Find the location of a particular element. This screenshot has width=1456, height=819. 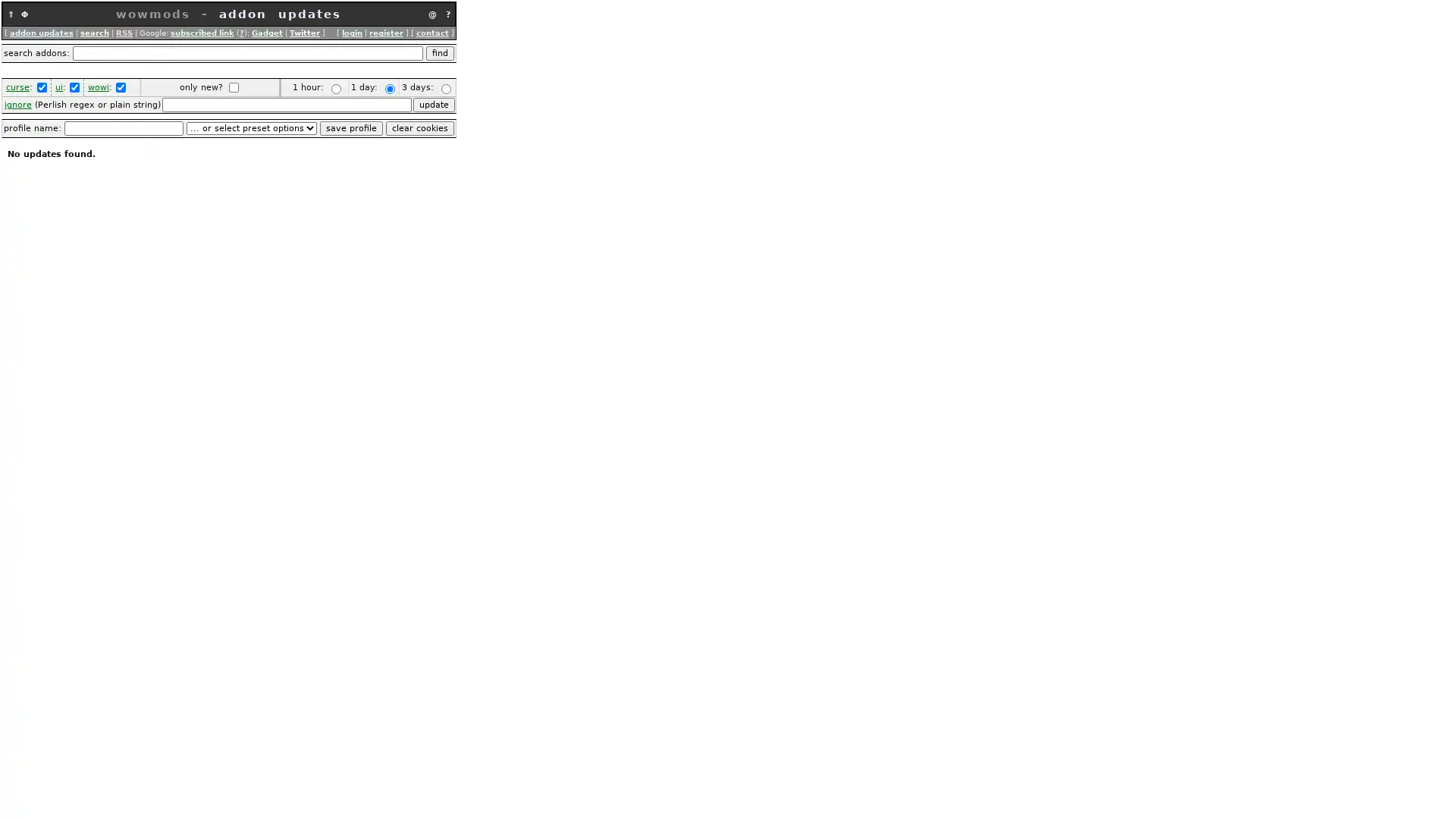

update is located at coordinates (433, 104).